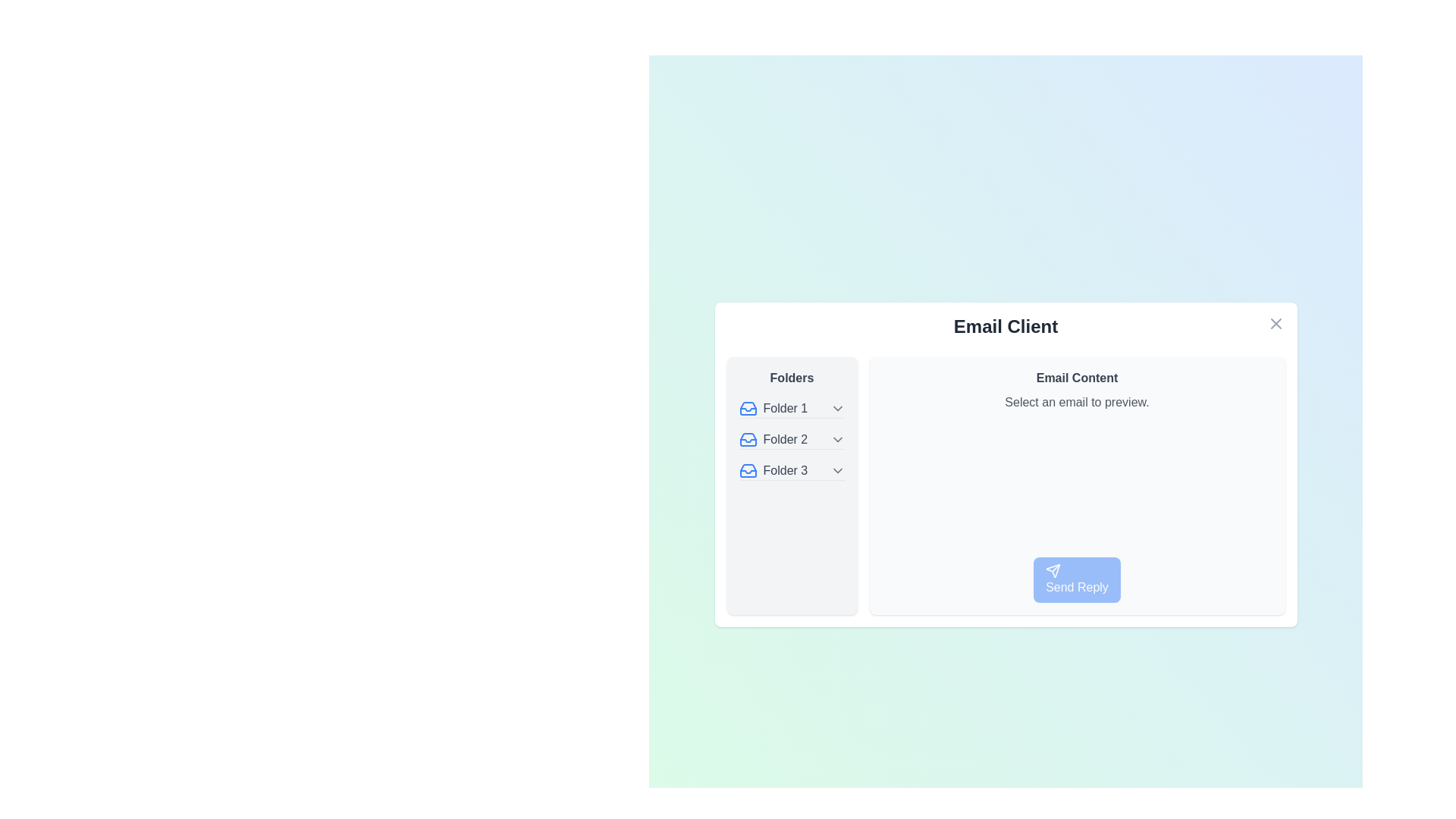 The width and height of the screenshot is (1456, 819). I want to click on the static text label that identifies the folder option, positioned as the first entry in a vertical list within the 'Folders' section, so click(785, 408).